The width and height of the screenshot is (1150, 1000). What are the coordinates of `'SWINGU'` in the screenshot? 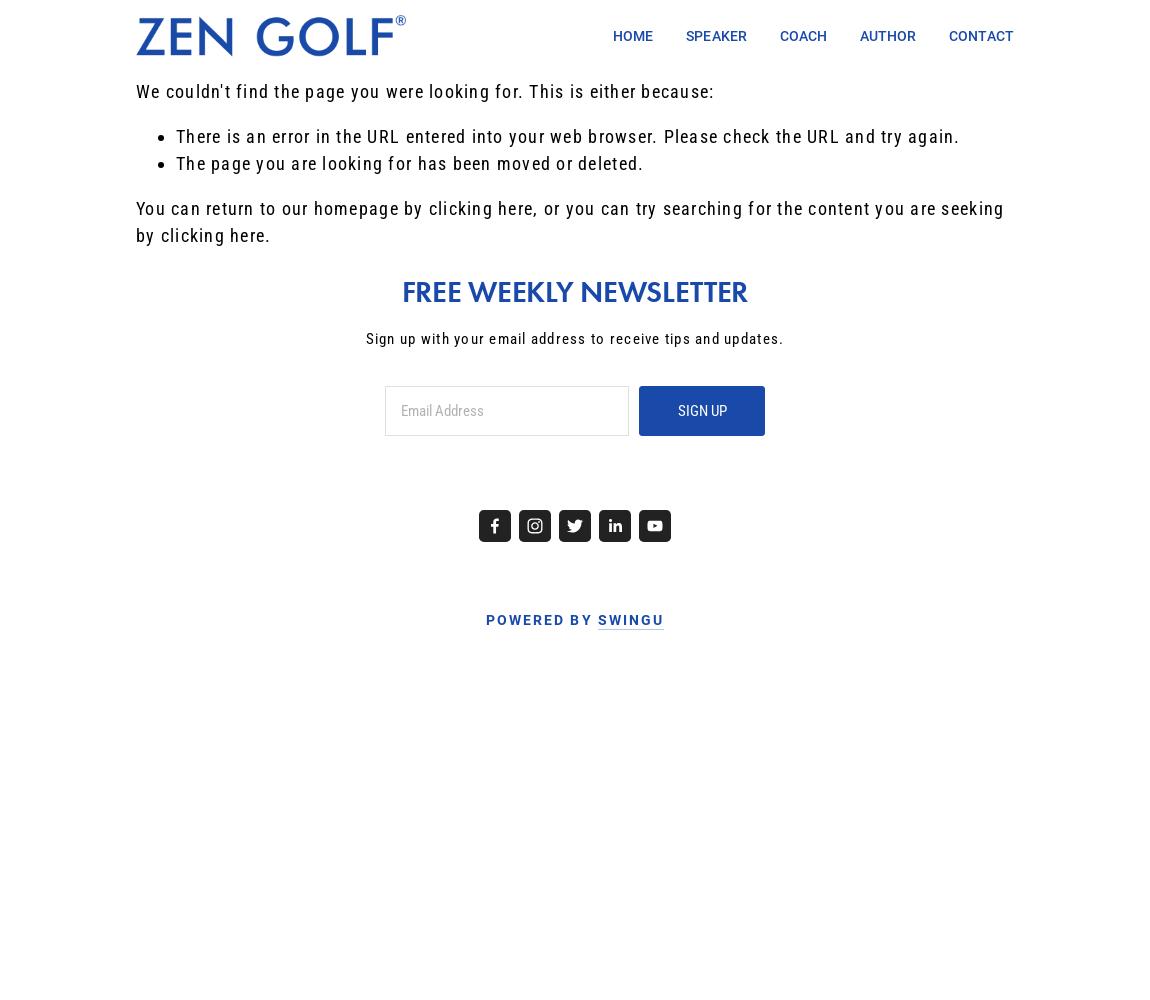 It's located at (629, 619).